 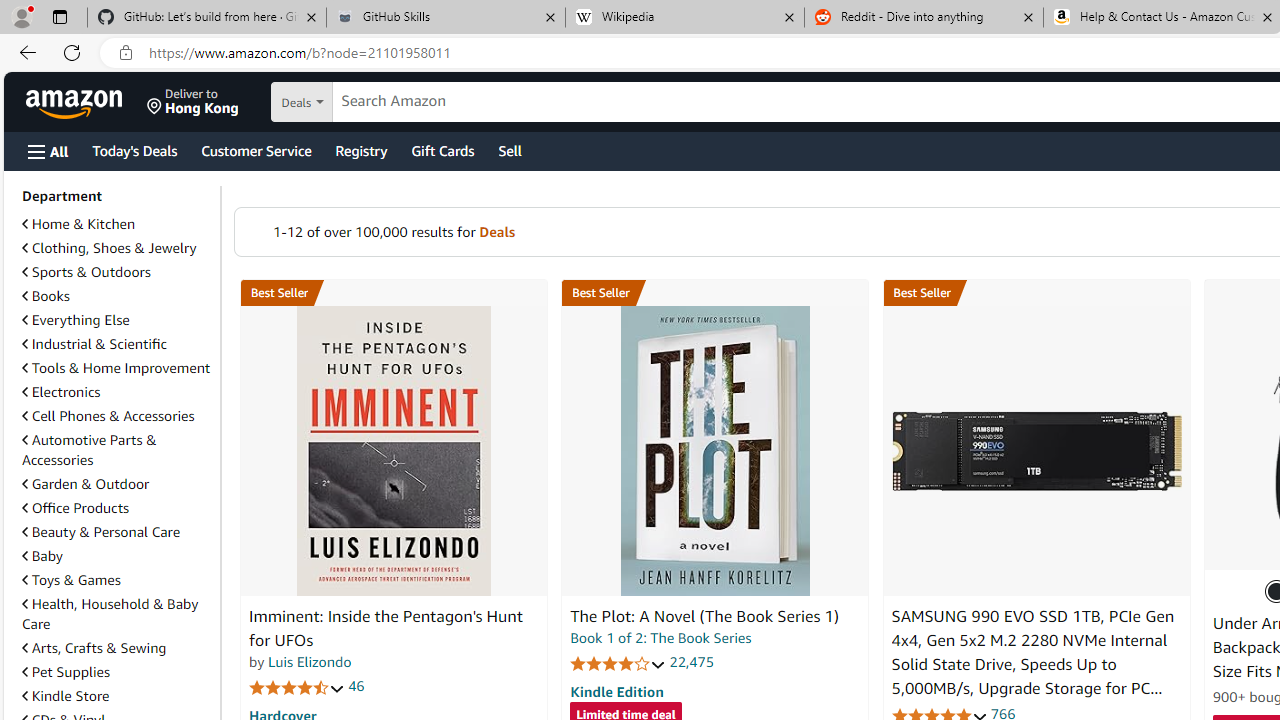 What do you see at coordinates (116, 579) in the screenshot?
I see `'Toys & Games'` at bounding box center [116, 579].